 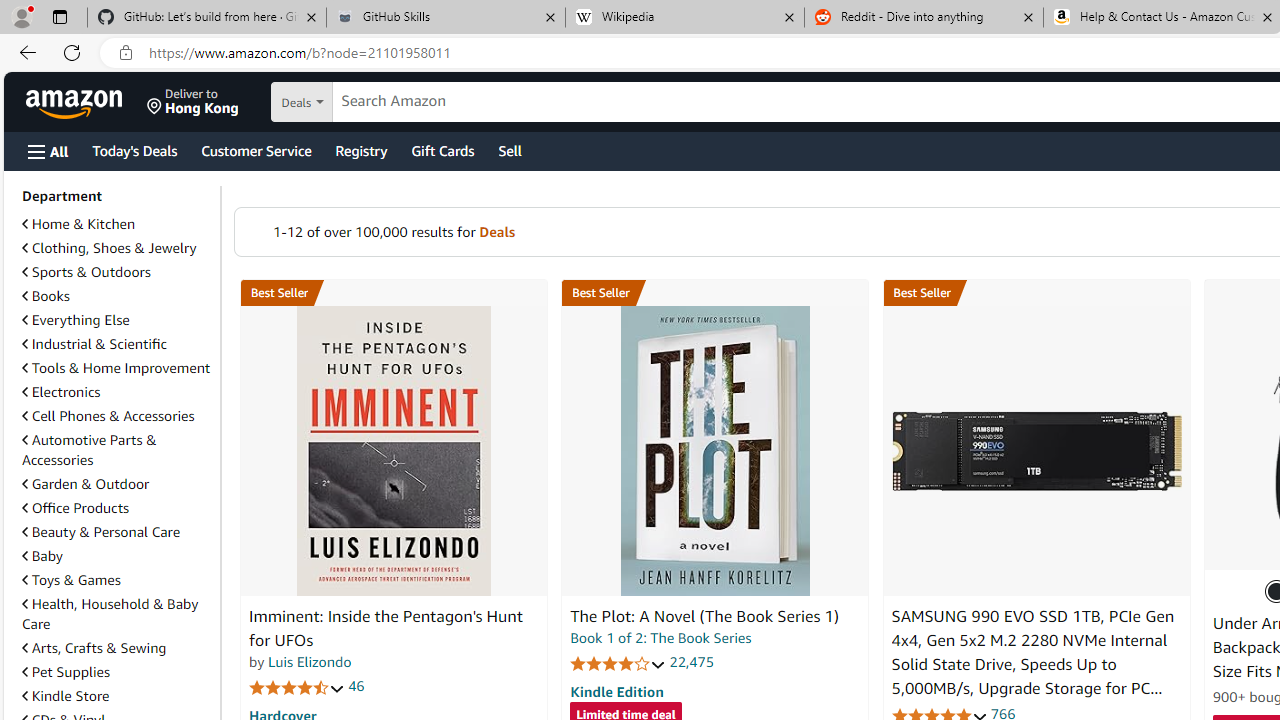 What do you see at coordinates (116, 579) in the screenshot?
I see `'Toys & Games'` at bounding box center [116, 579].